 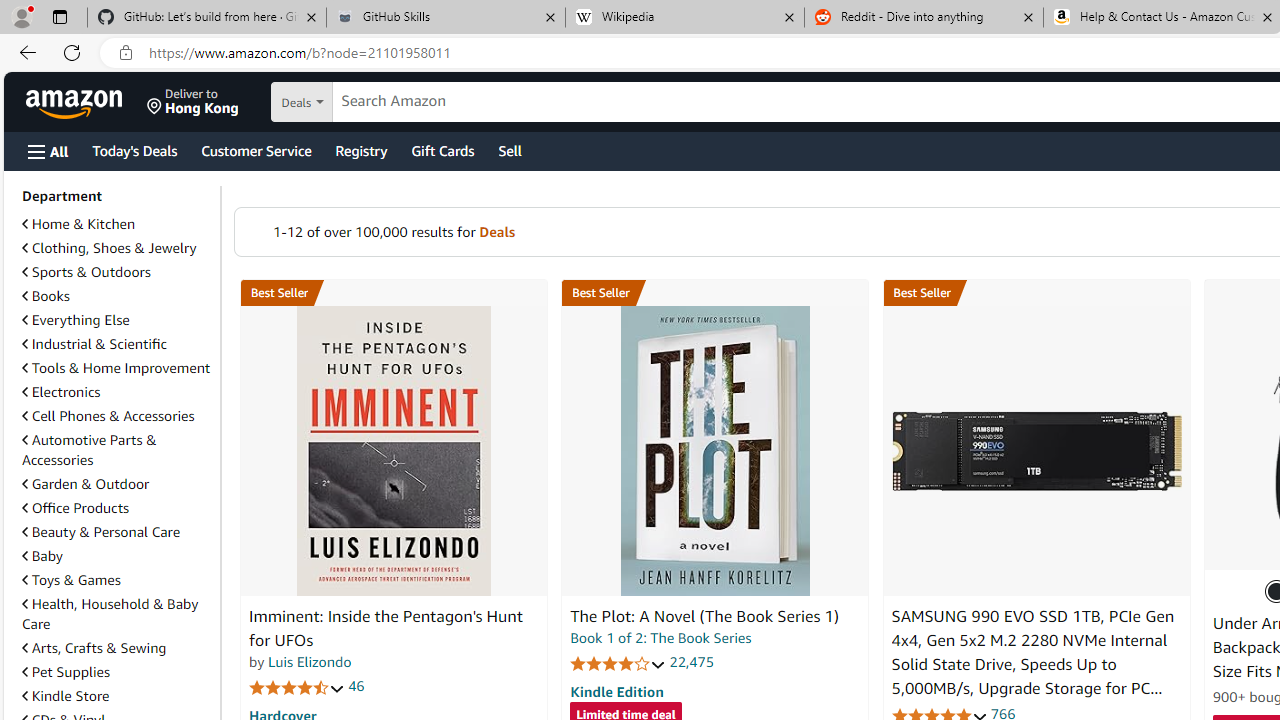 What do you see at coordinates (116, 579) in the screenshot?
I see `'Toys & Games'` at bounding box center [116, 579].